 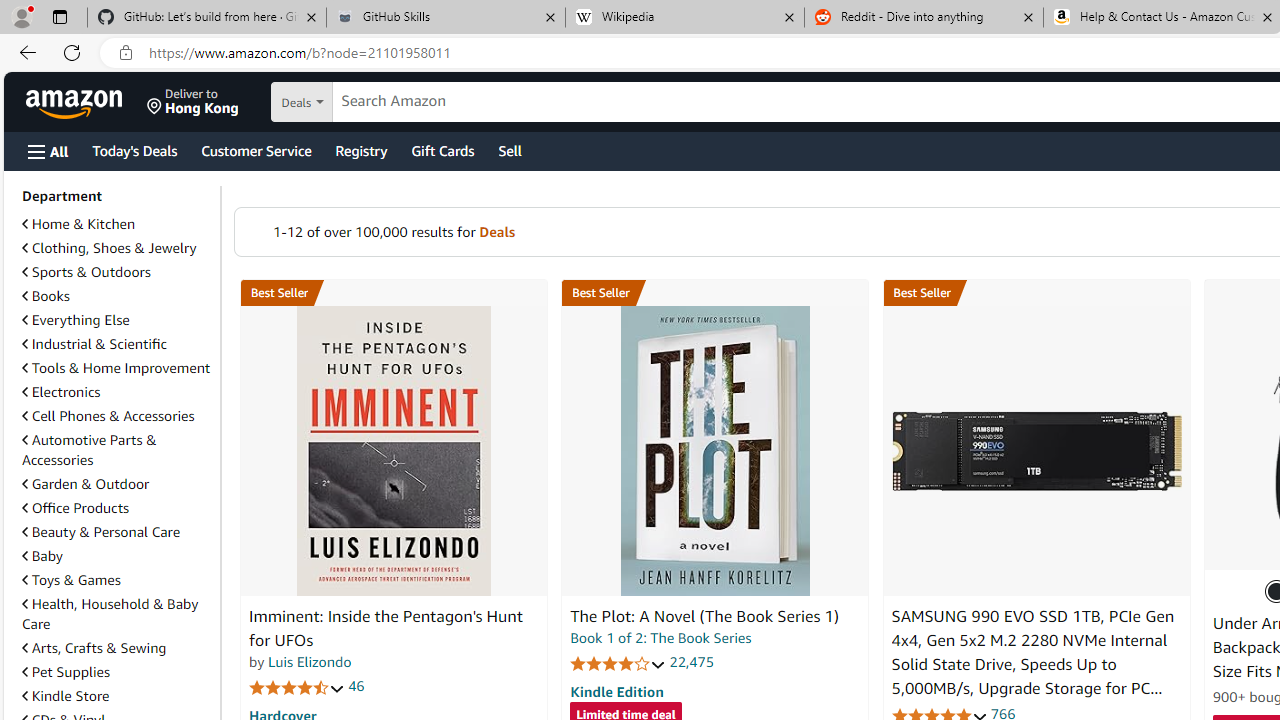 What do you see at coordinates (116, 579) in the screenshot?
I see `'Toys & Games'` at bounding box center [116, 579].